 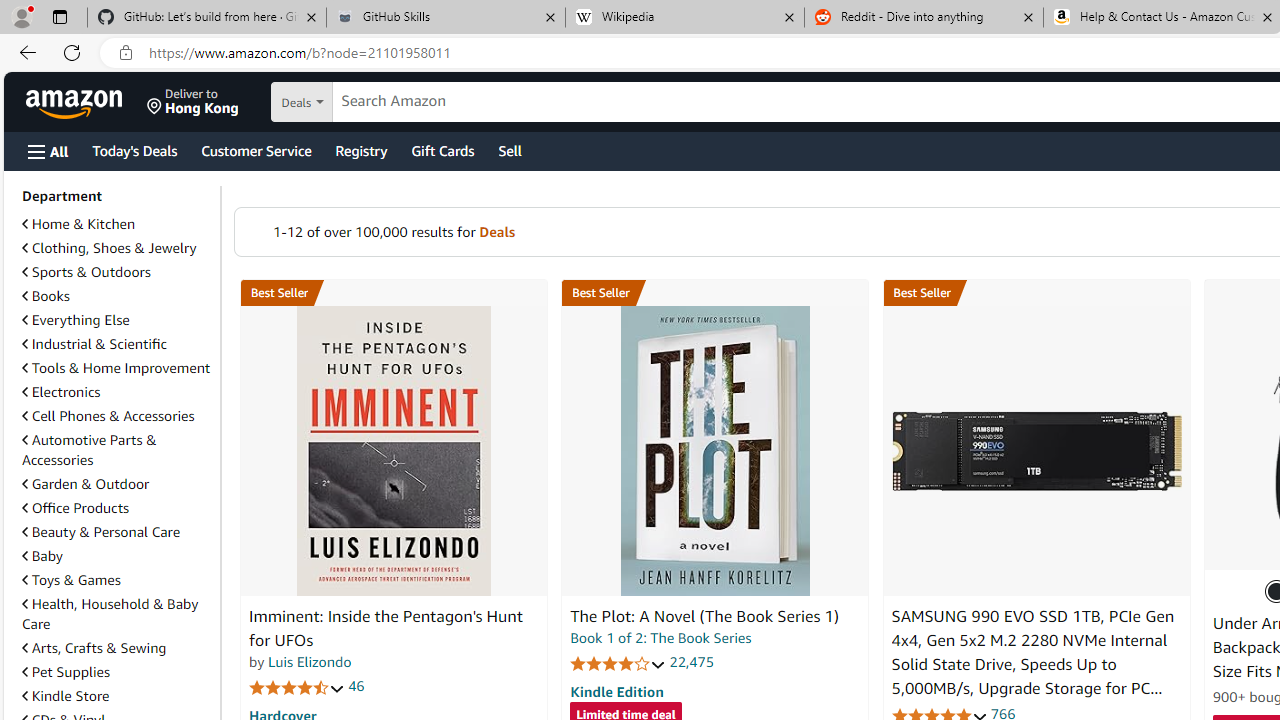 What do you see at coordinates (116, 579) in the screenshot?
I see `'Toys & Games'` at bounding box center [116, 579].